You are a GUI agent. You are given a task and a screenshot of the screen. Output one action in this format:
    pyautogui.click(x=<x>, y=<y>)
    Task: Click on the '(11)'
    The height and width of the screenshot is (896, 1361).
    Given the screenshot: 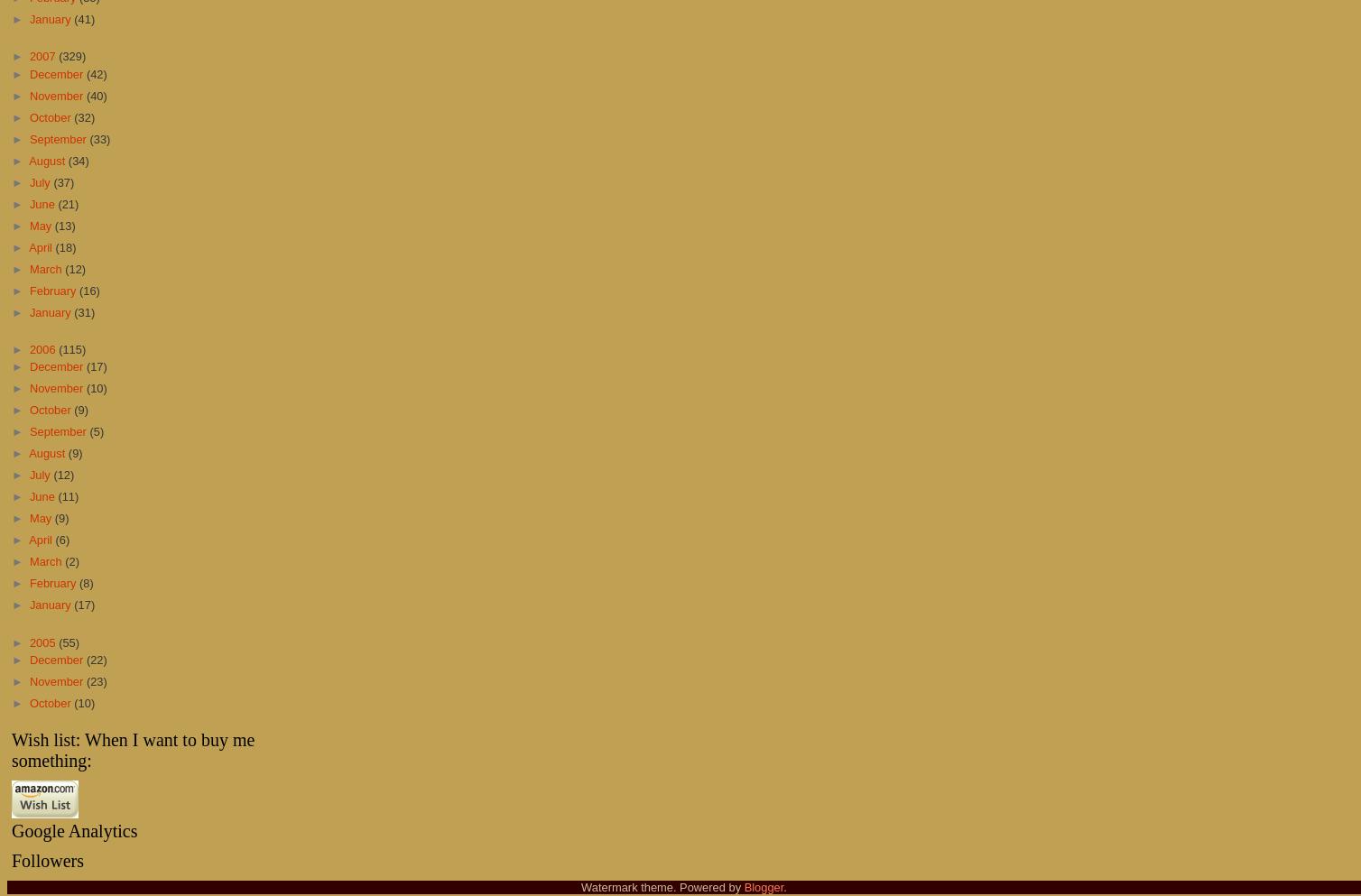 What is the action you would take?
    pyautogui.click(x=68, y=495)
    